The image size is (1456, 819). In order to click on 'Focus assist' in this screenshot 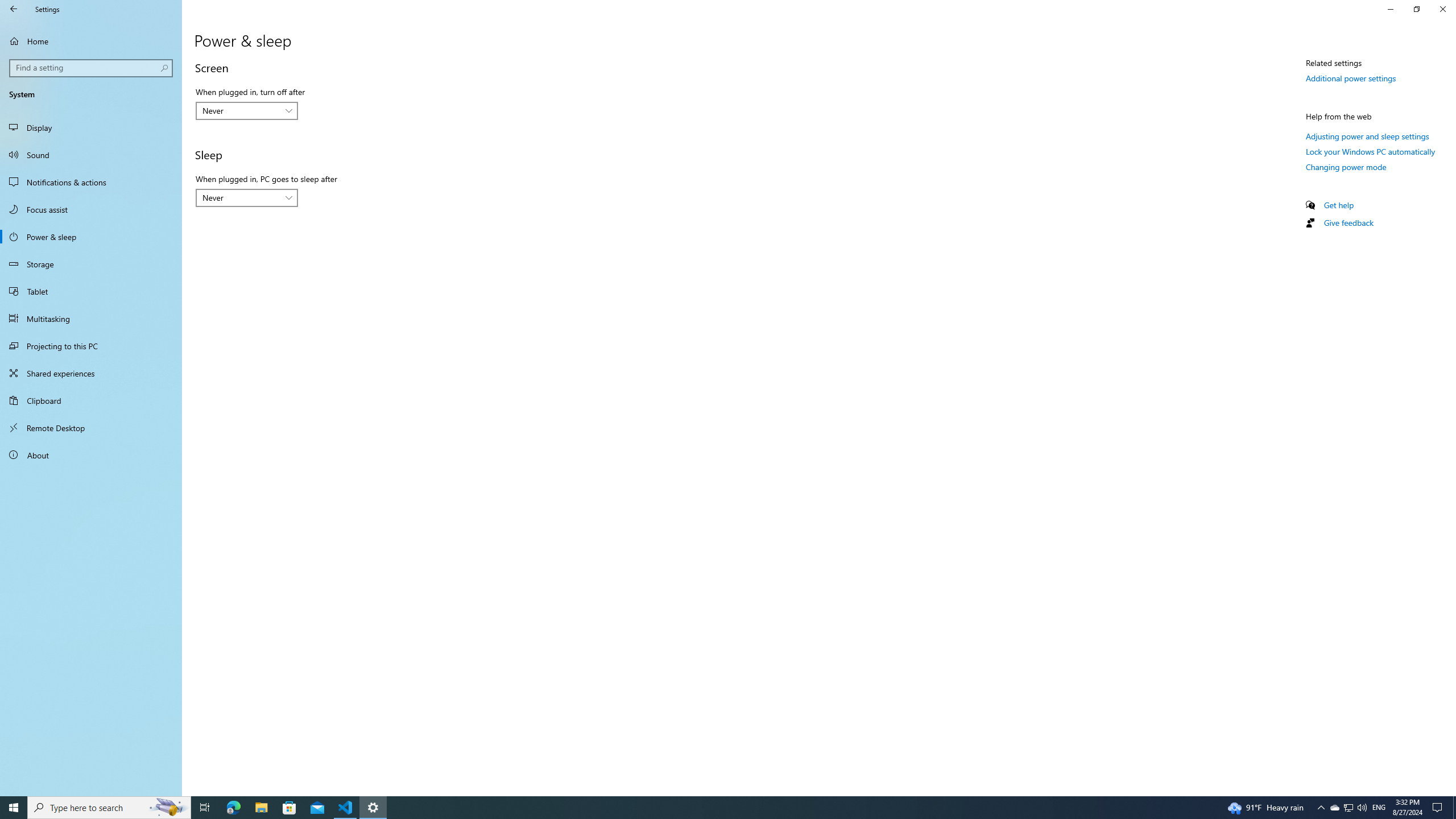, I will do `click(90, 209)`.